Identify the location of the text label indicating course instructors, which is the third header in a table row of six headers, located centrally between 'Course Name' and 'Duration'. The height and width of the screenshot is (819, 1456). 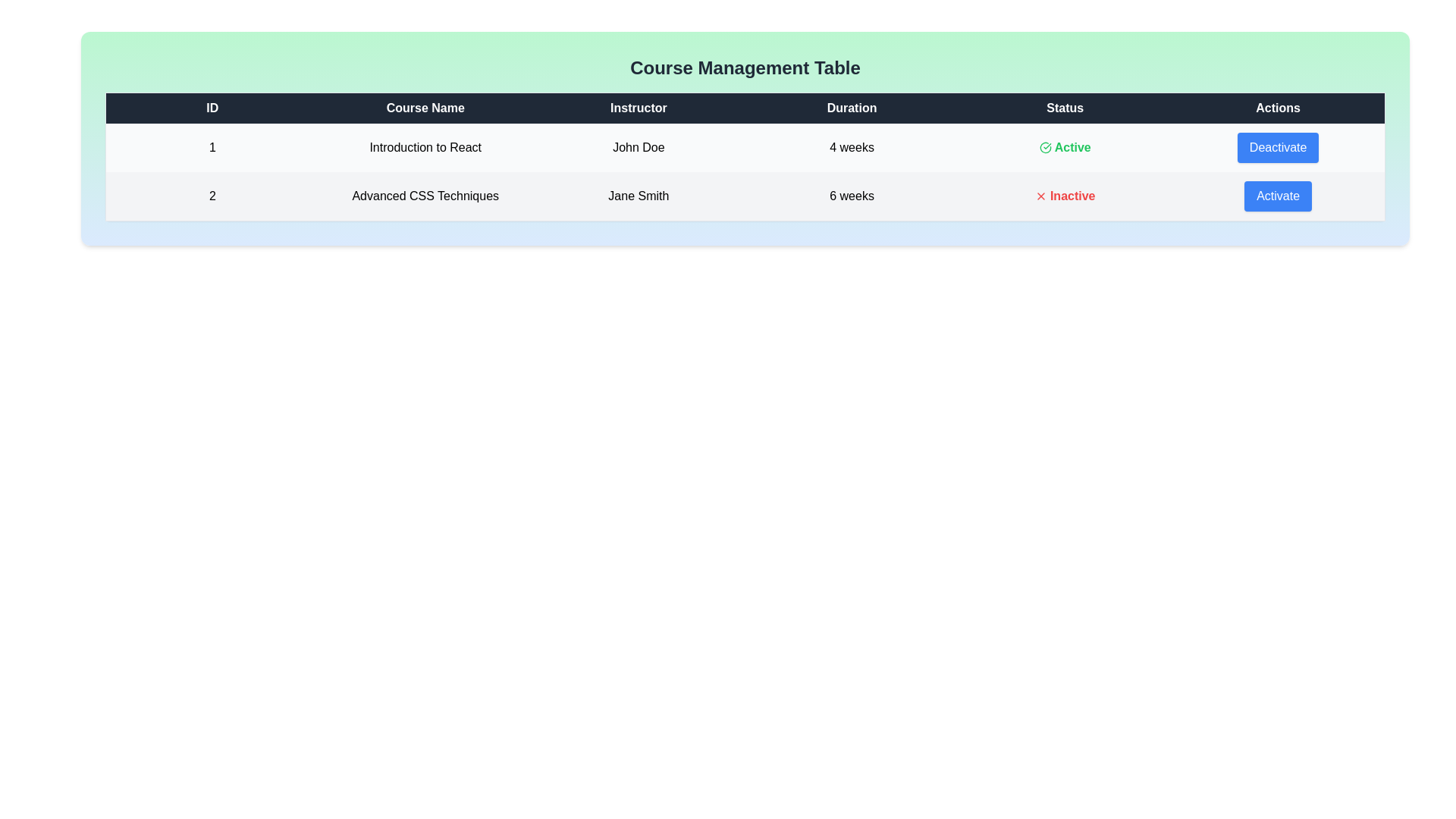
(639, 107).